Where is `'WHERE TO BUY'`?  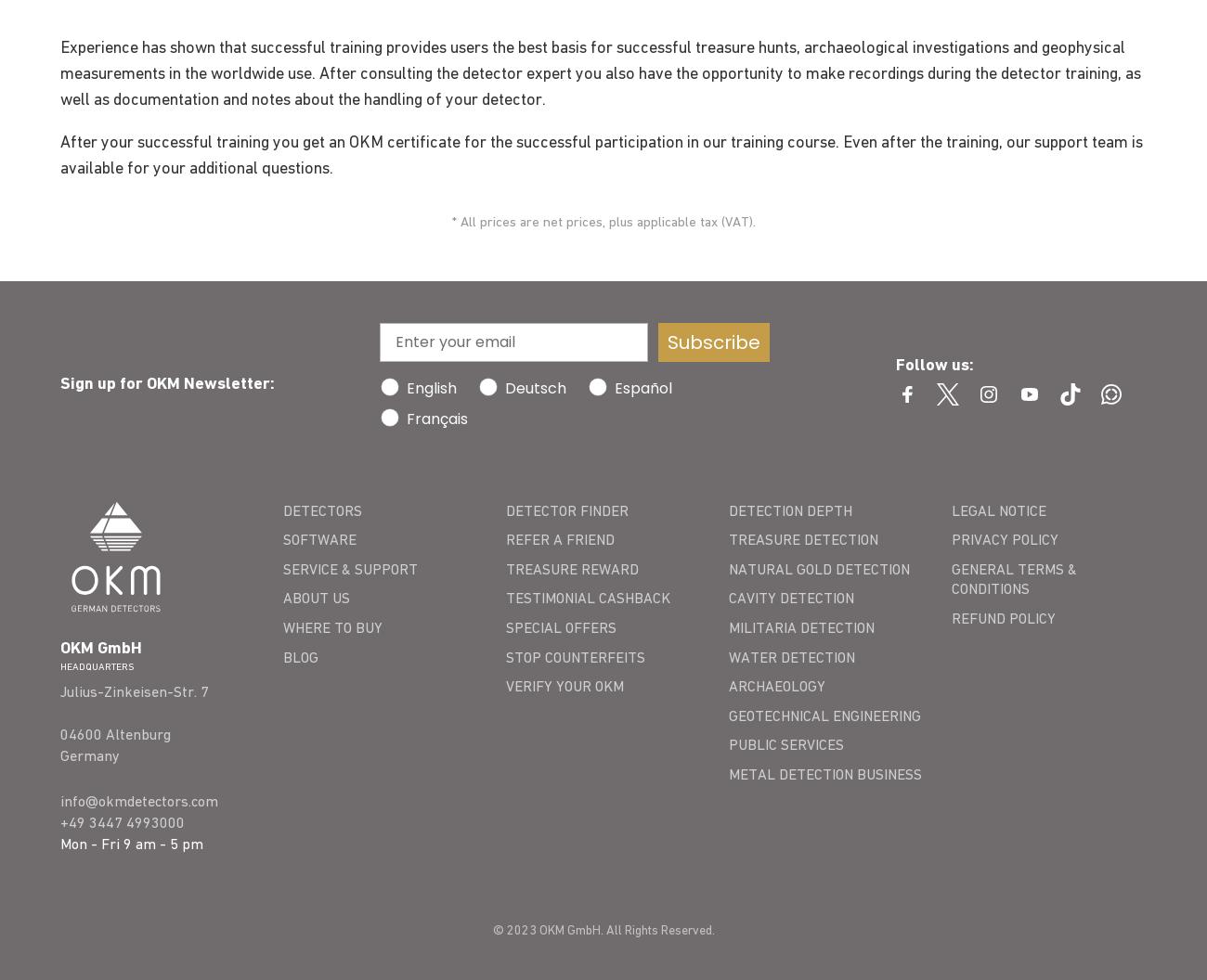
'WHERE TO BUY' is located at coordinates (331, 625).